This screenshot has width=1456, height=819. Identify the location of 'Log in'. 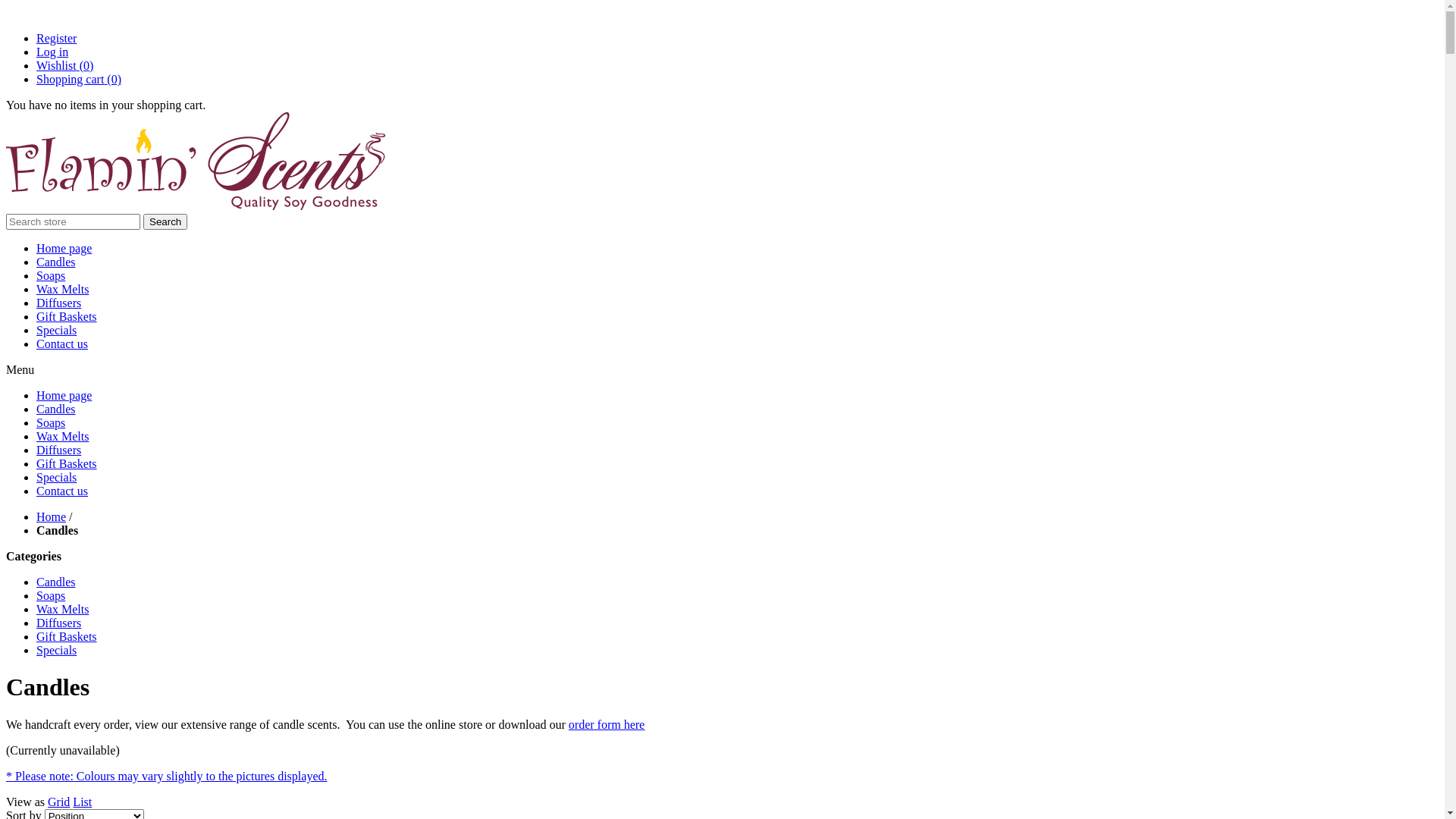
(52, 51).